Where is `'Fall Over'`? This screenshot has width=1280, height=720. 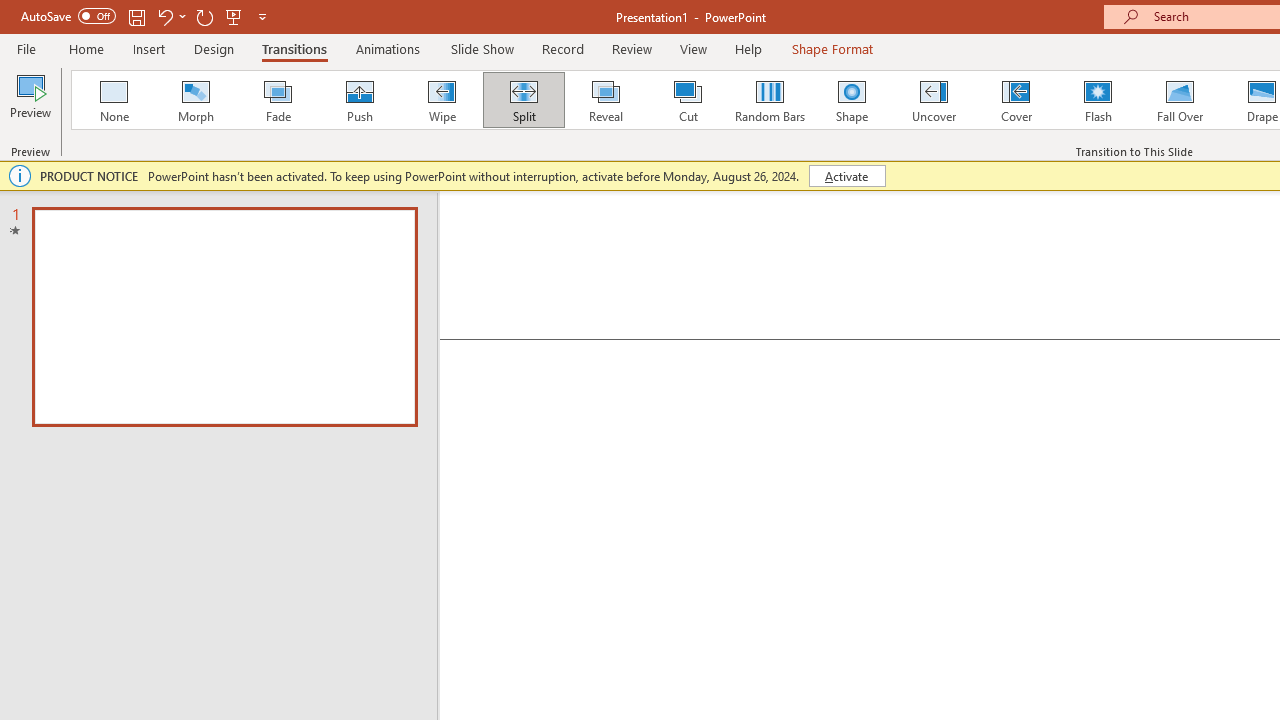
'Fall Over' is located at coordinates (1180, 100).